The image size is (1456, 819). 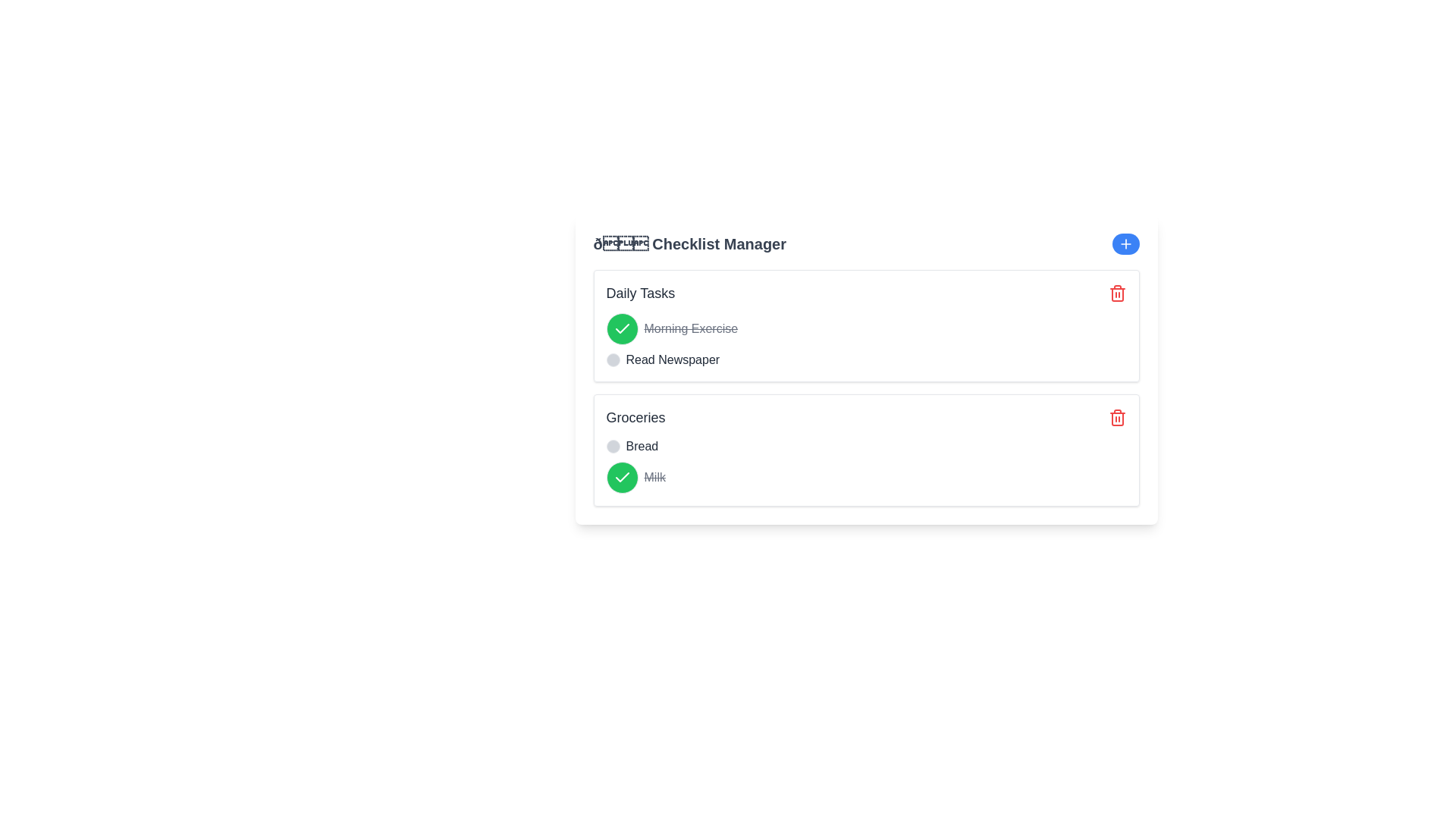 What do you see at coordinates (1117, 293) in the screenshot?
I see `the delete button located at the far right of the 'Daily Tasks' section to trigger hover effects` at bounding box center [1117, 293].